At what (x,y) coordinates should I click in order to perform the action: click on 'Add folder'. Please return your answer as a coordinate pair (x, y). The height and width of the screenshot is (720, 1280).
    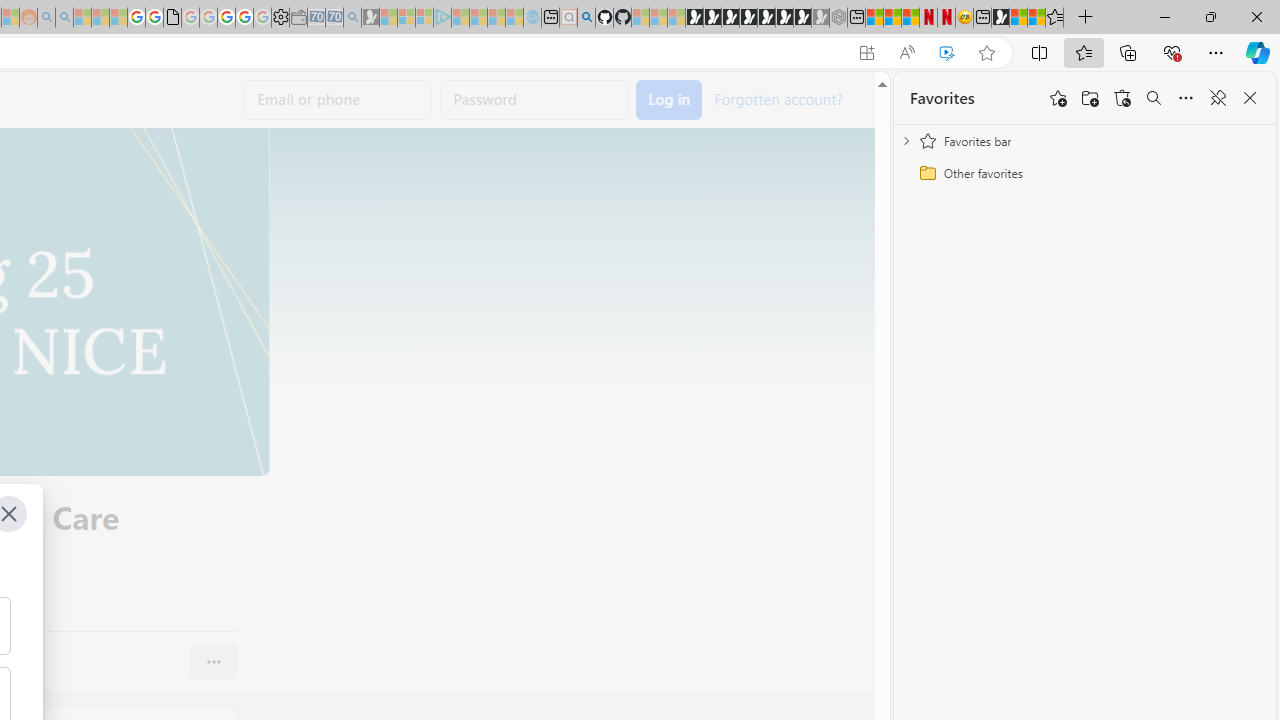
    Looking at the image, I should click on (1088, 98).